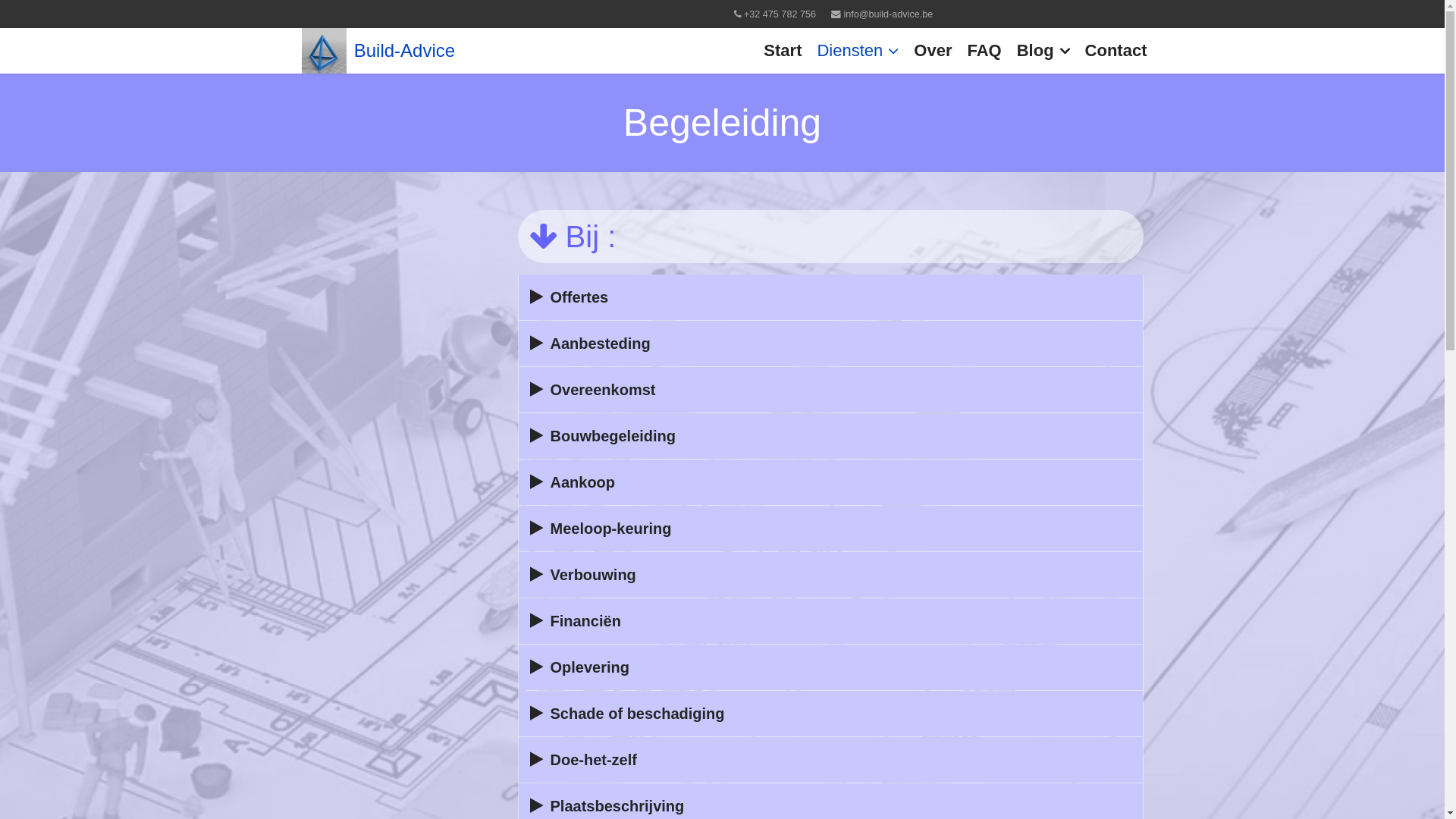 The image size is (1456, 819). I want to click on 'Build-Advice', so click(400, 49).